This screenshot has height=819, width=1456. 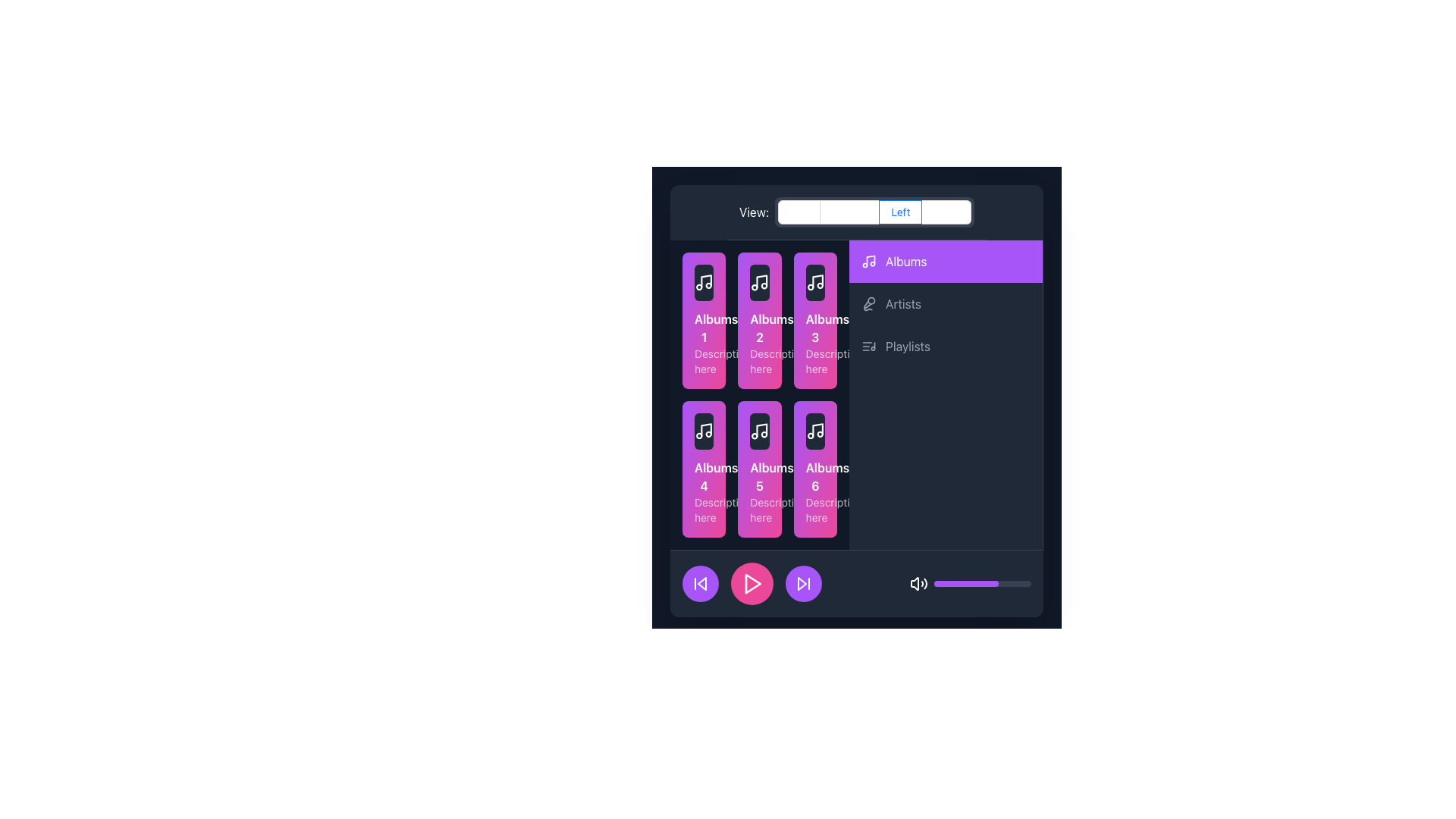 I want to click on the second button in a row of three buttons at the bottom of the interface to play media, so click(x=752, y=583).